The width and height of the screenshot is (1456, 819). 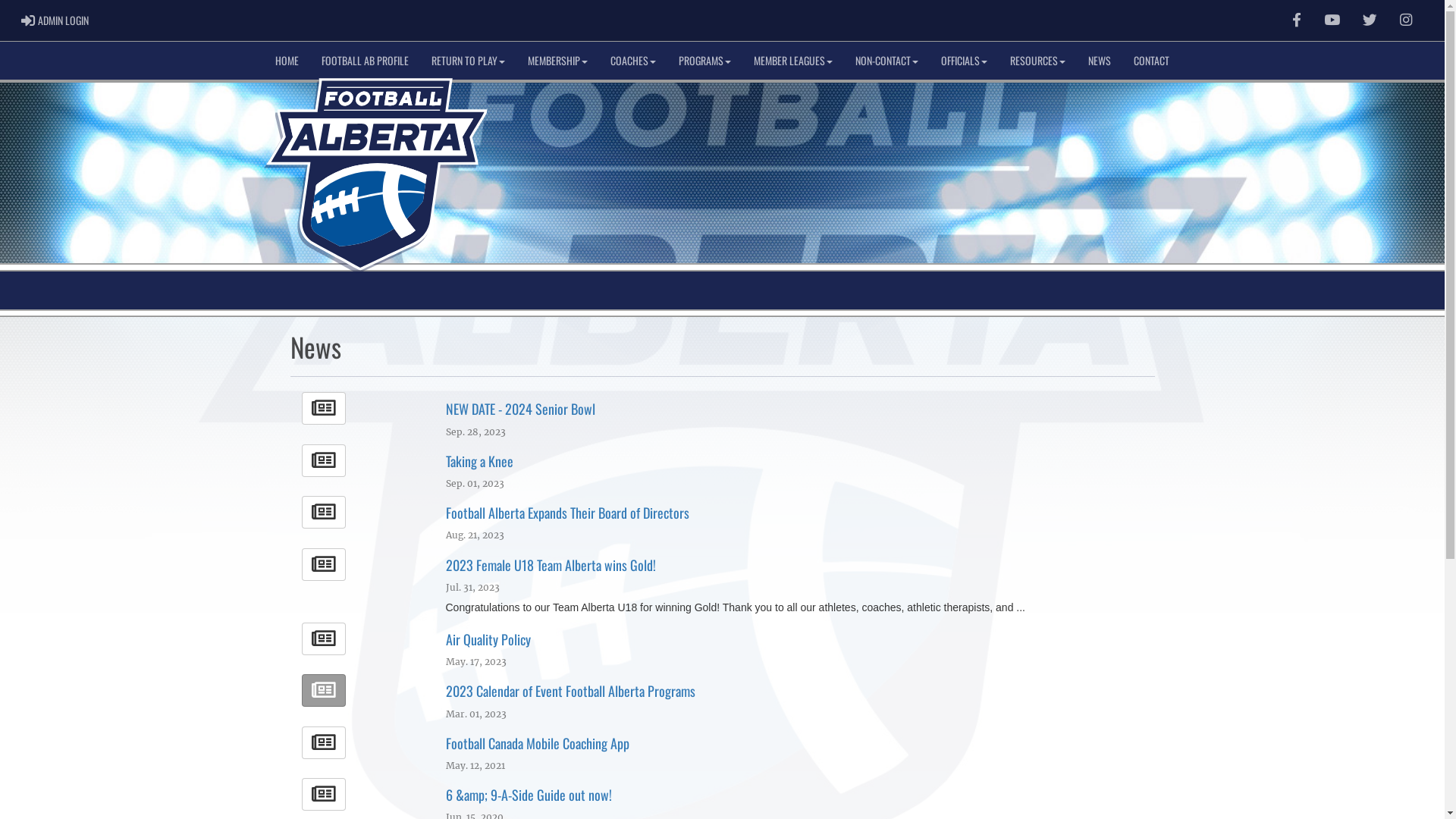 What do you see at coordinates (963, 60) in the screenshot?
I see `'OFFICIALS'` at bounding box center [963, 60].